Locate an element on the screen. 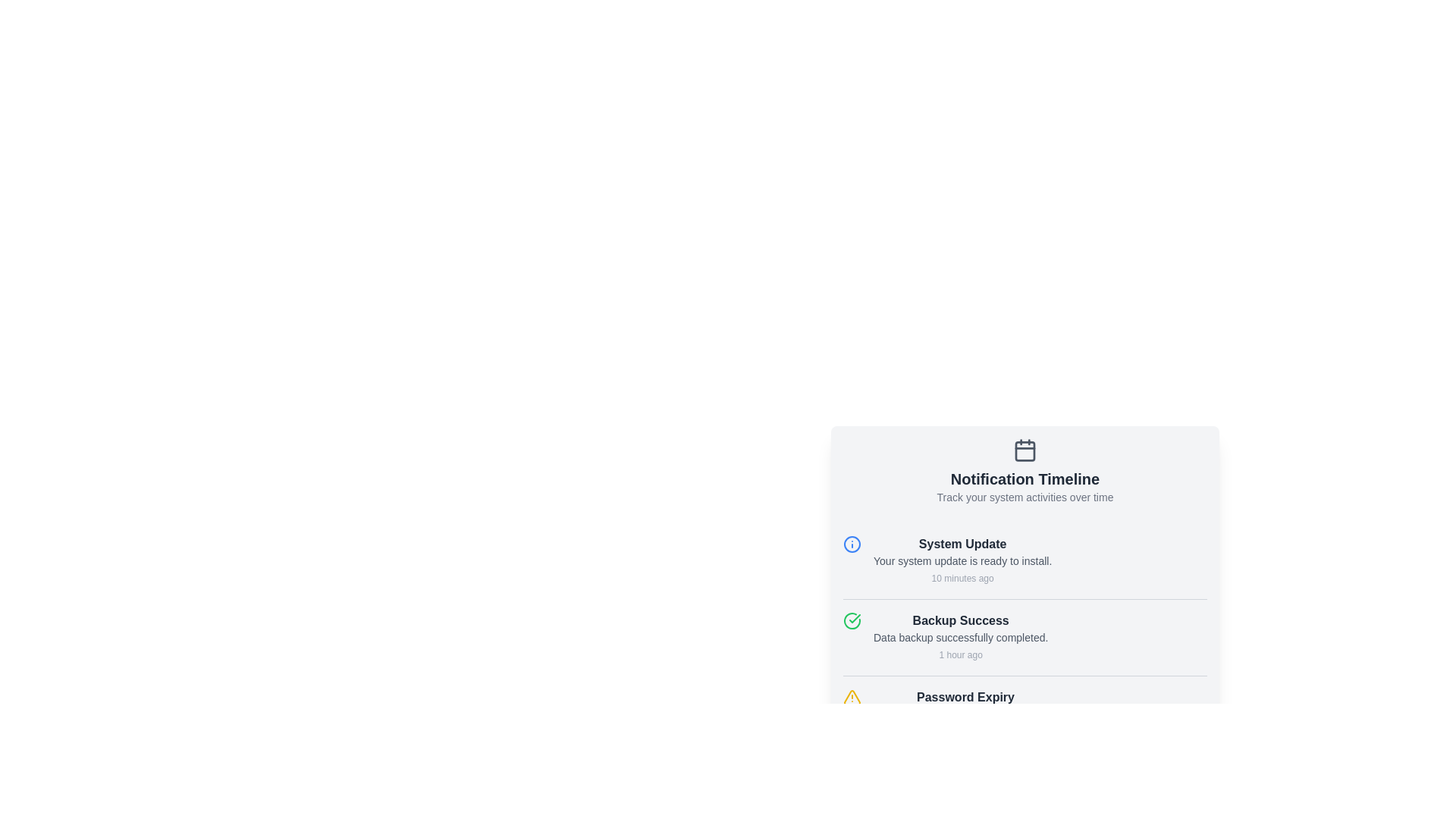 Image resolution: width=1456 pixels, height=819 pixels. the static text element displaying 'Backup Success' which is styled in bold and dark gray, located at the top of the second notification entry in the notification list is located at coordinates (960, 620).